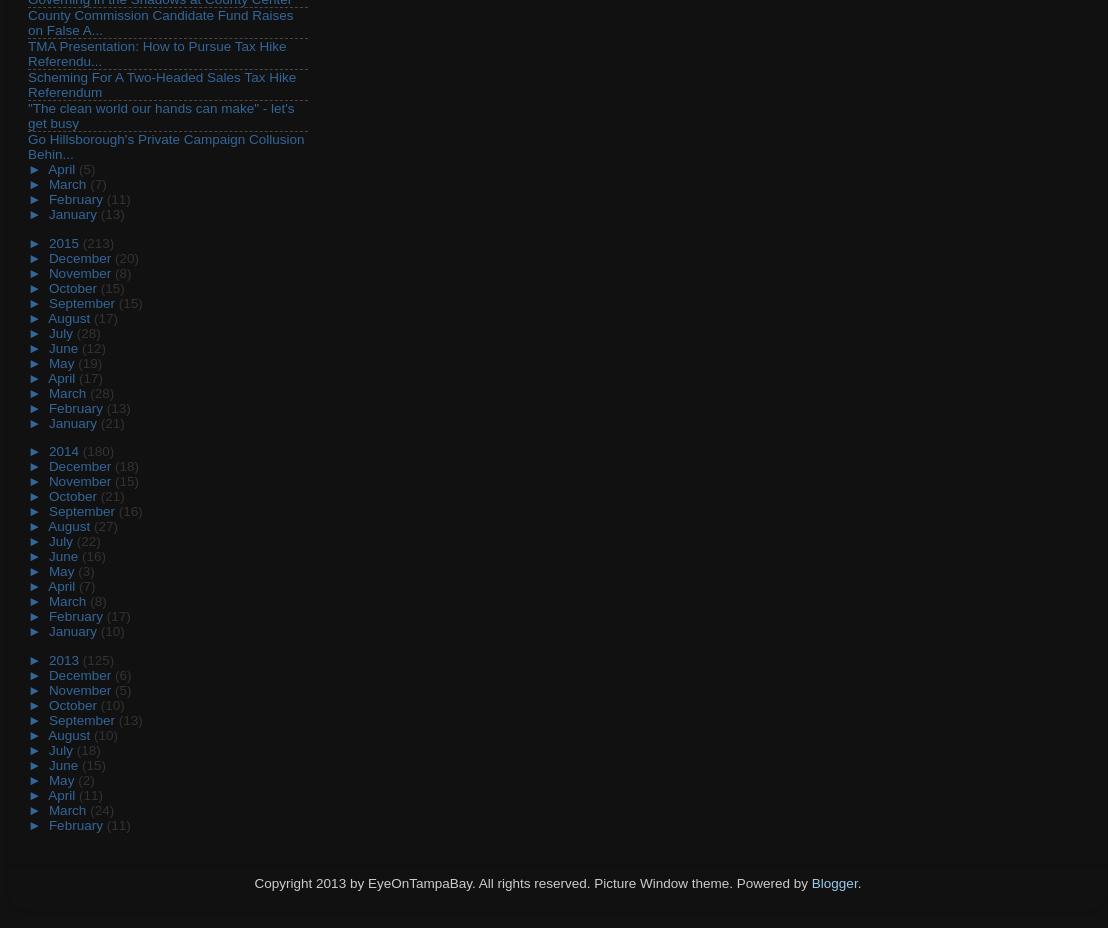 This screenshot has height=928, width=1108. I want to click on 'Scheming For A Two-Headed Sales Tax Hike Referendum', so click(160, 84).